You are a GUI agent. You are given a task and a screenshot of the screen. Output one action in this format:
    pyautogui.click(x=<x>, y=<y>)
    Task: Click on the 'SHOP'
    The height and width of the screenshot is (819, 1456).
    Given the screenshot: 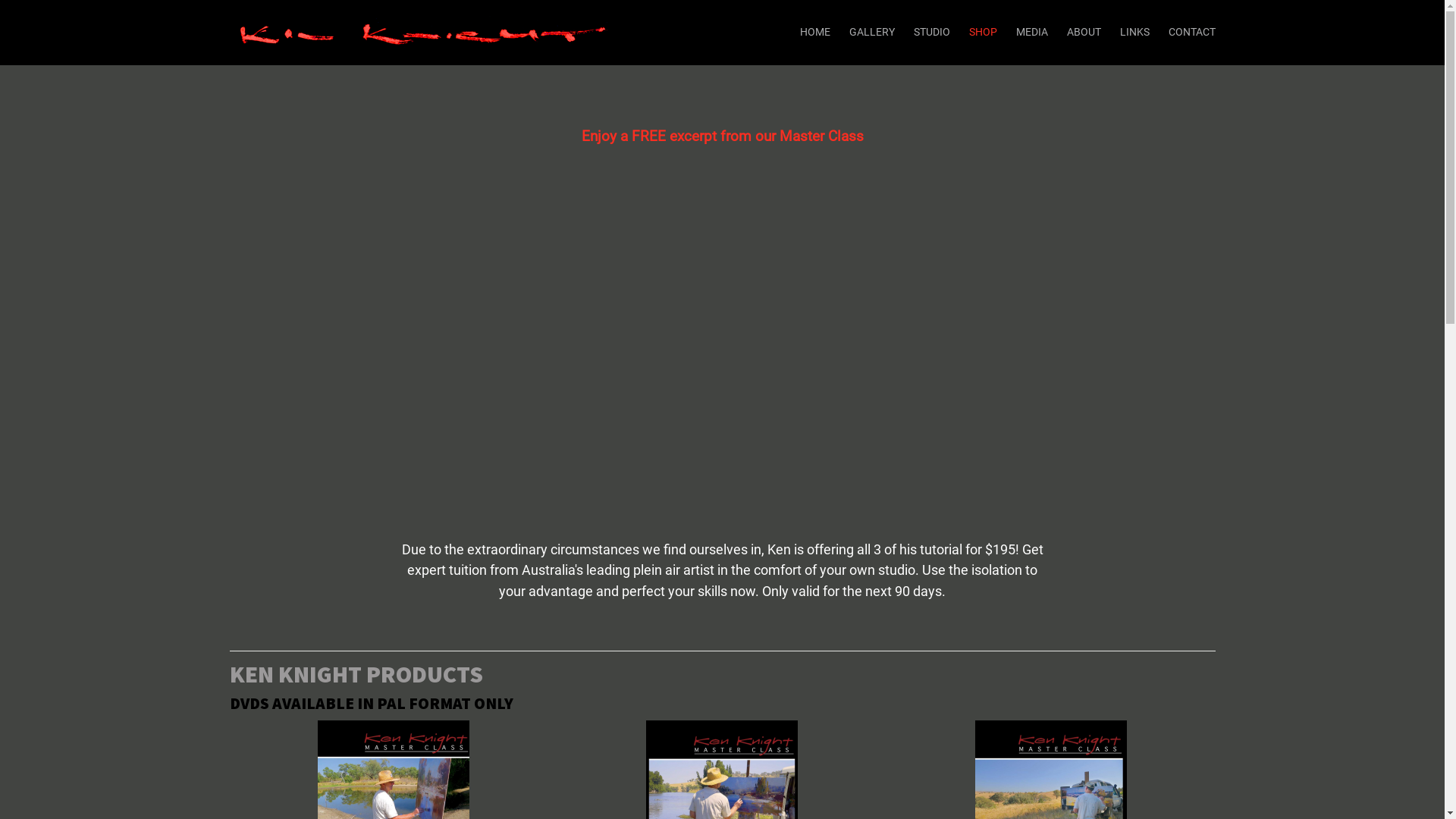 What is the action you would take?
    pyautogui.click(x=983, y=32)
    